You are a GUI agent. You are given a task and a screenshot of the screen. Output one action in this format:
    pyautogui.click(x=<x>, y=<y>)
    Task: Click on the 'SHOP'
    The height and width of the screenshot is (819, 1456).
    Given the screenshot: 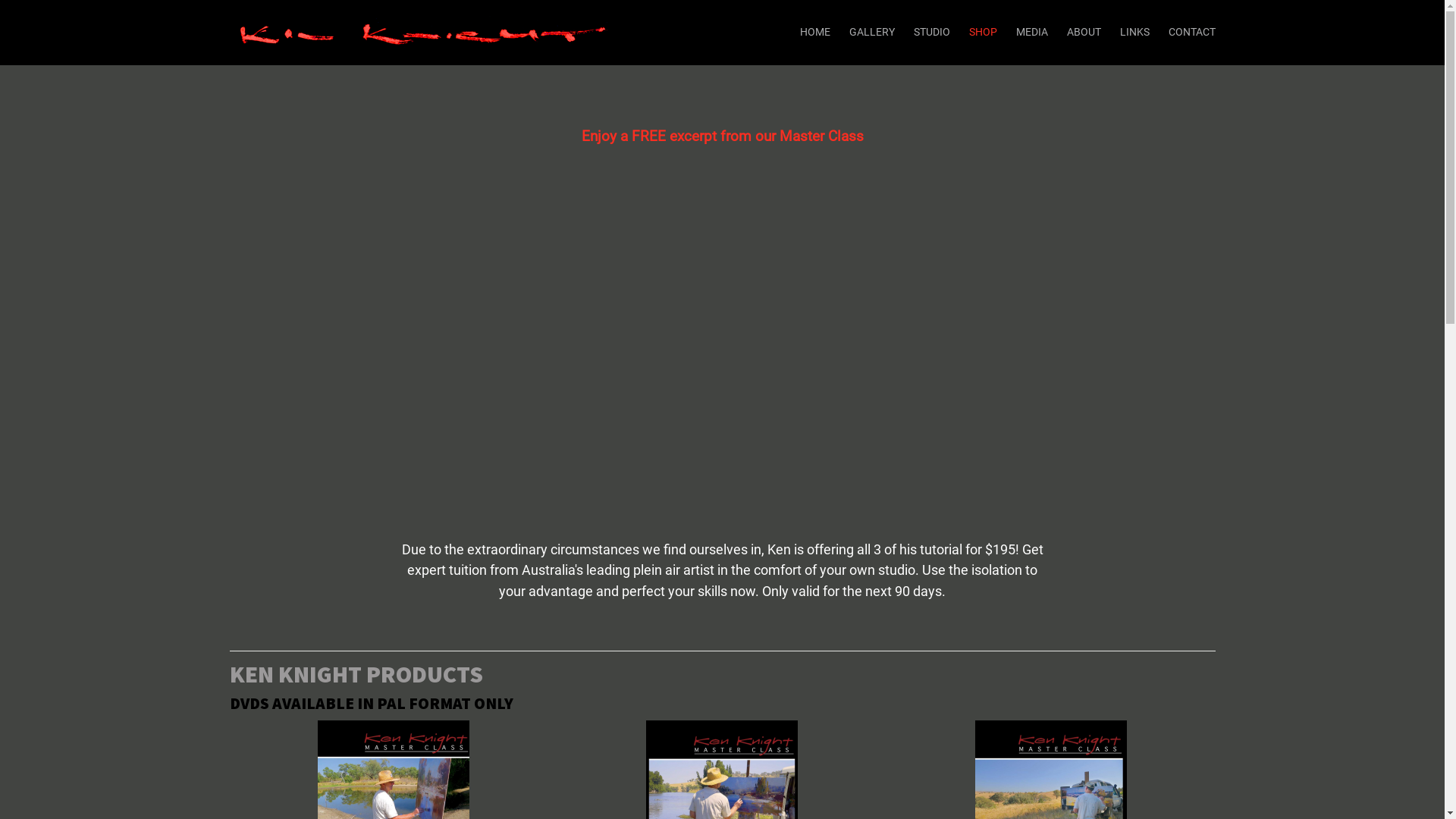 What is the action you would take?
    pyautogui.click(x=983, y=32)
    